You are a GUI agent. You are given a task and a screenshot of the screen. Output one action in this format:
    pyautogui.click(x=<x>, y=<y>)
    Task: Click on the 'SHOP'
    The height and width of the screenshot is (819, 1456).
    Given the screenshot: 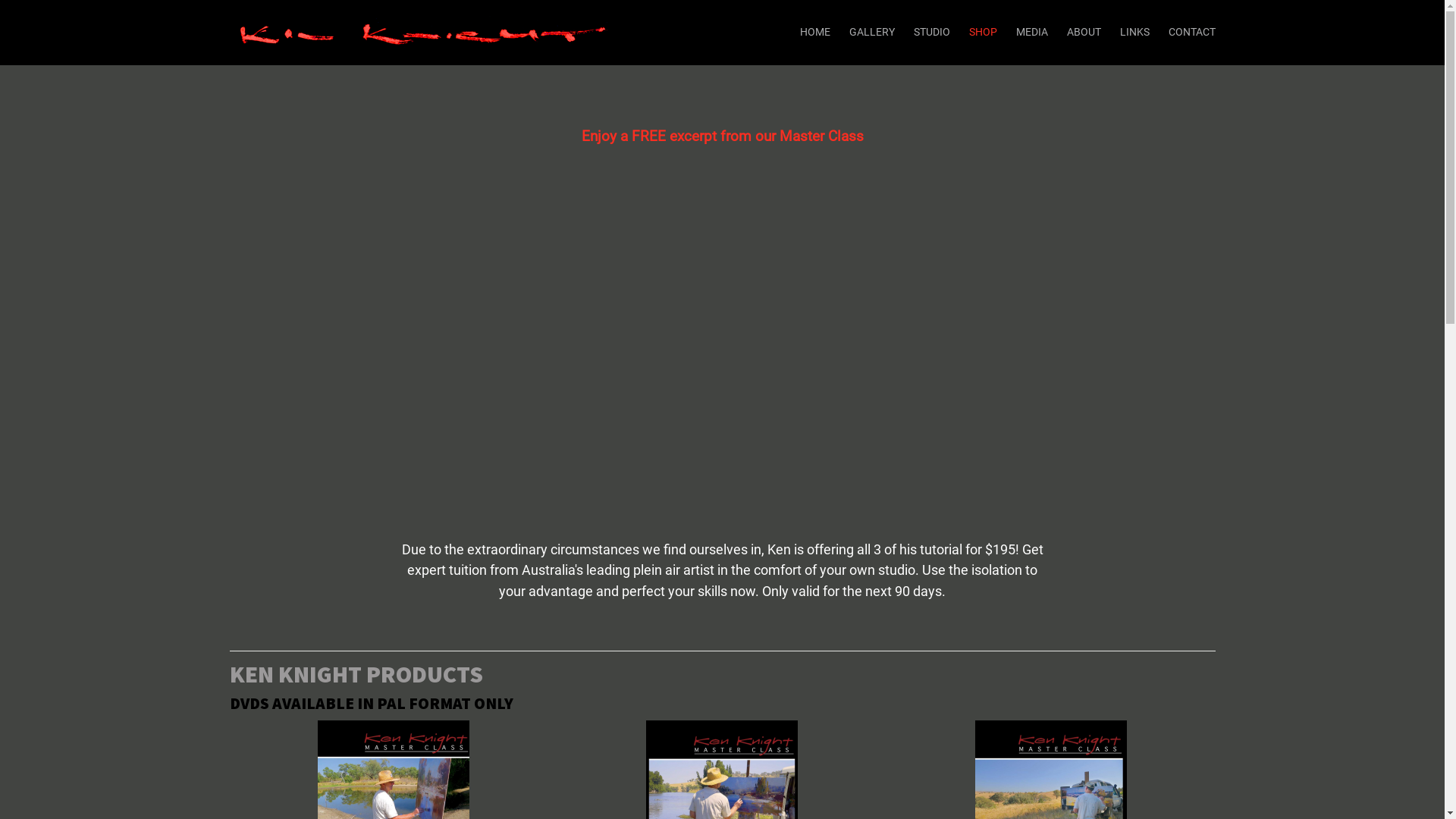 What is the action you would take?
    pyautogui.click(x=983, y=32)
    